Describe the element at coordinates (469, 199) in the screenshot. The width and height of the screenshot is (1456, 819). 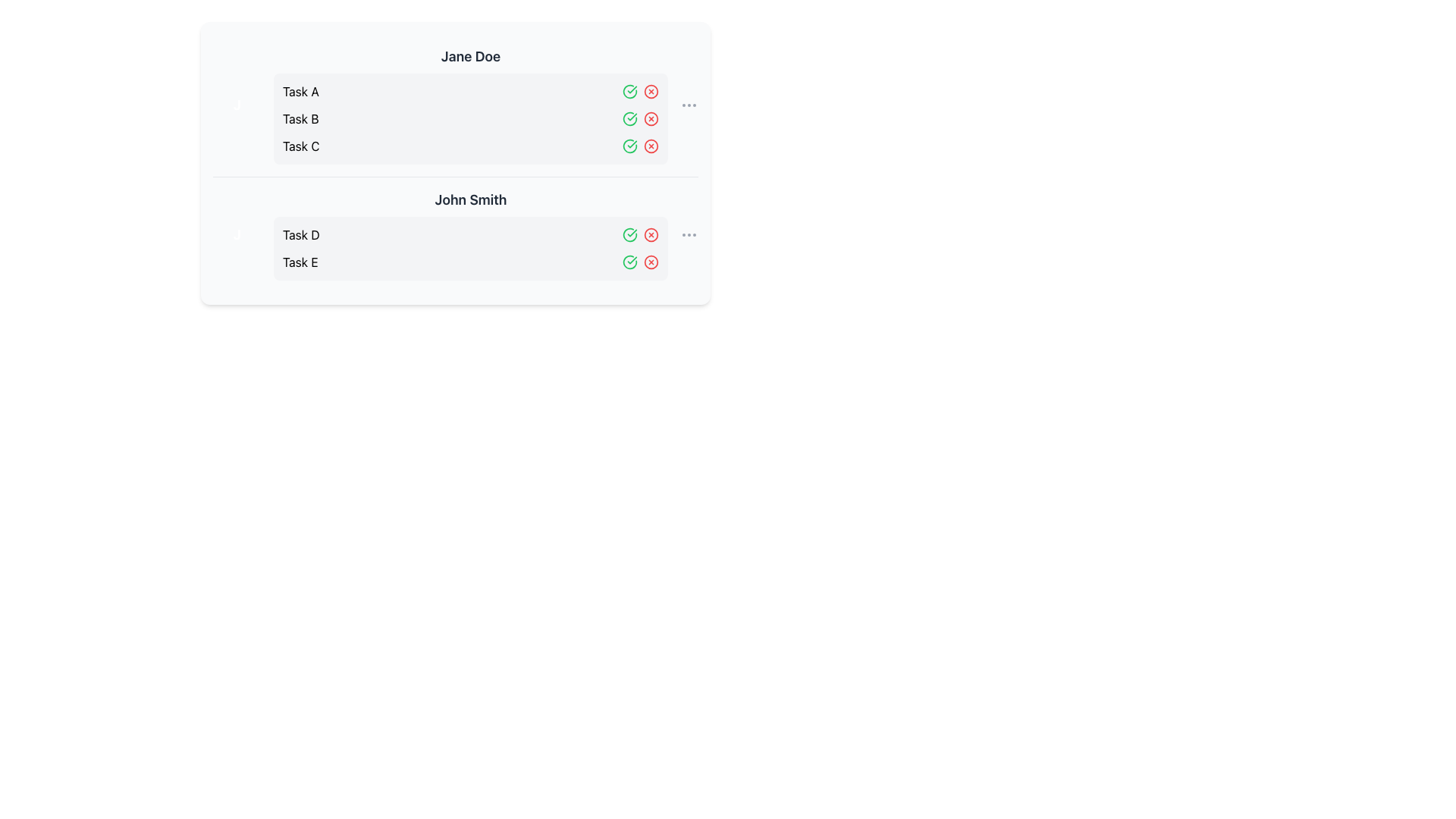
I see `the Text Label displaying 'John Smith', which is styled with a bold and large font in dark gray, positioned above 'Task D' and 'Task E'` at that location.